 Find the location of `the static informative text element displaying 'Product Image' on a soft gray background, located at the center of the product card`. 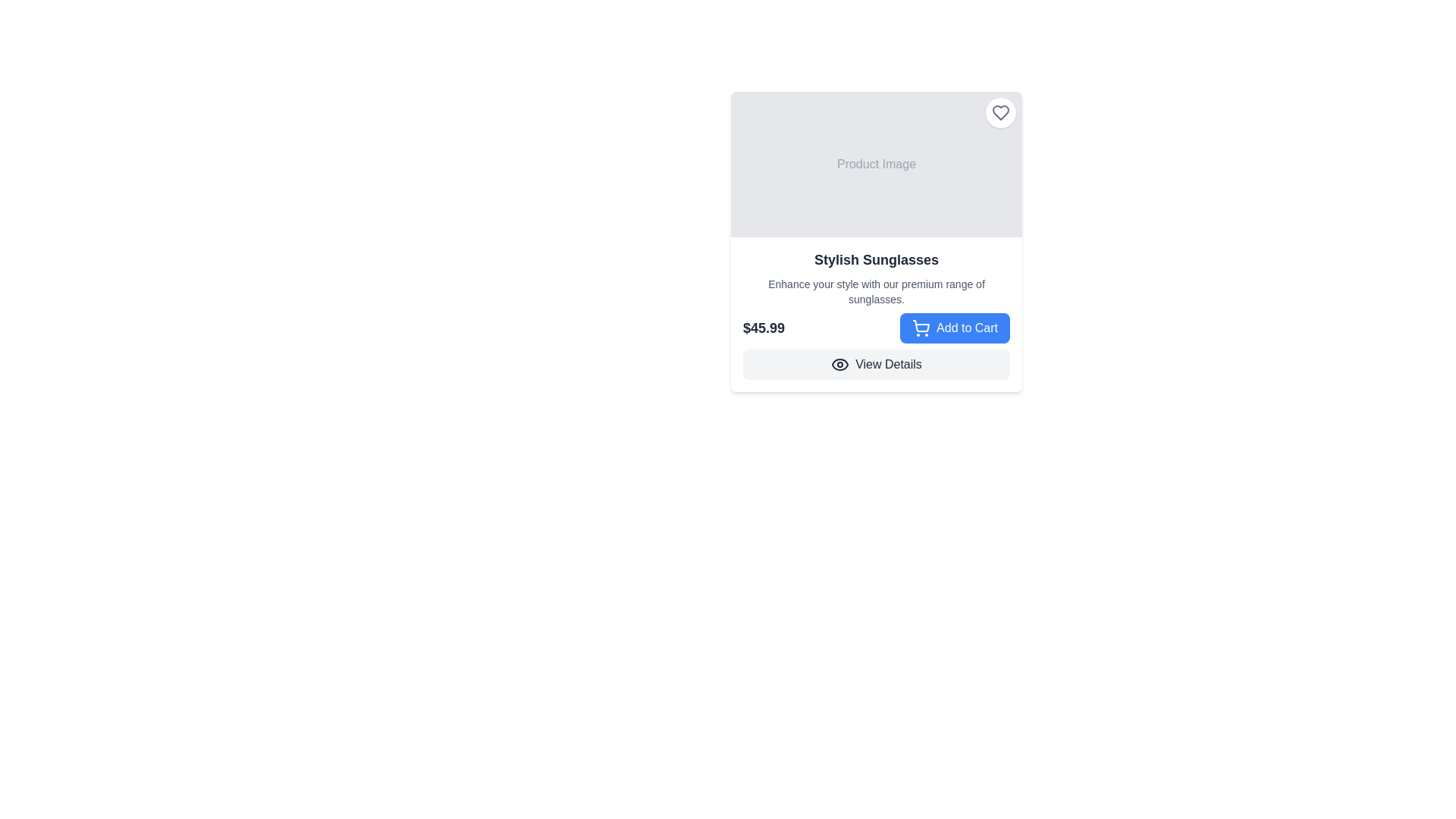

the static informative text element displaying 'Product Image' on a soft gray background, located at the center of the product card is located at coordinates (877, 164).